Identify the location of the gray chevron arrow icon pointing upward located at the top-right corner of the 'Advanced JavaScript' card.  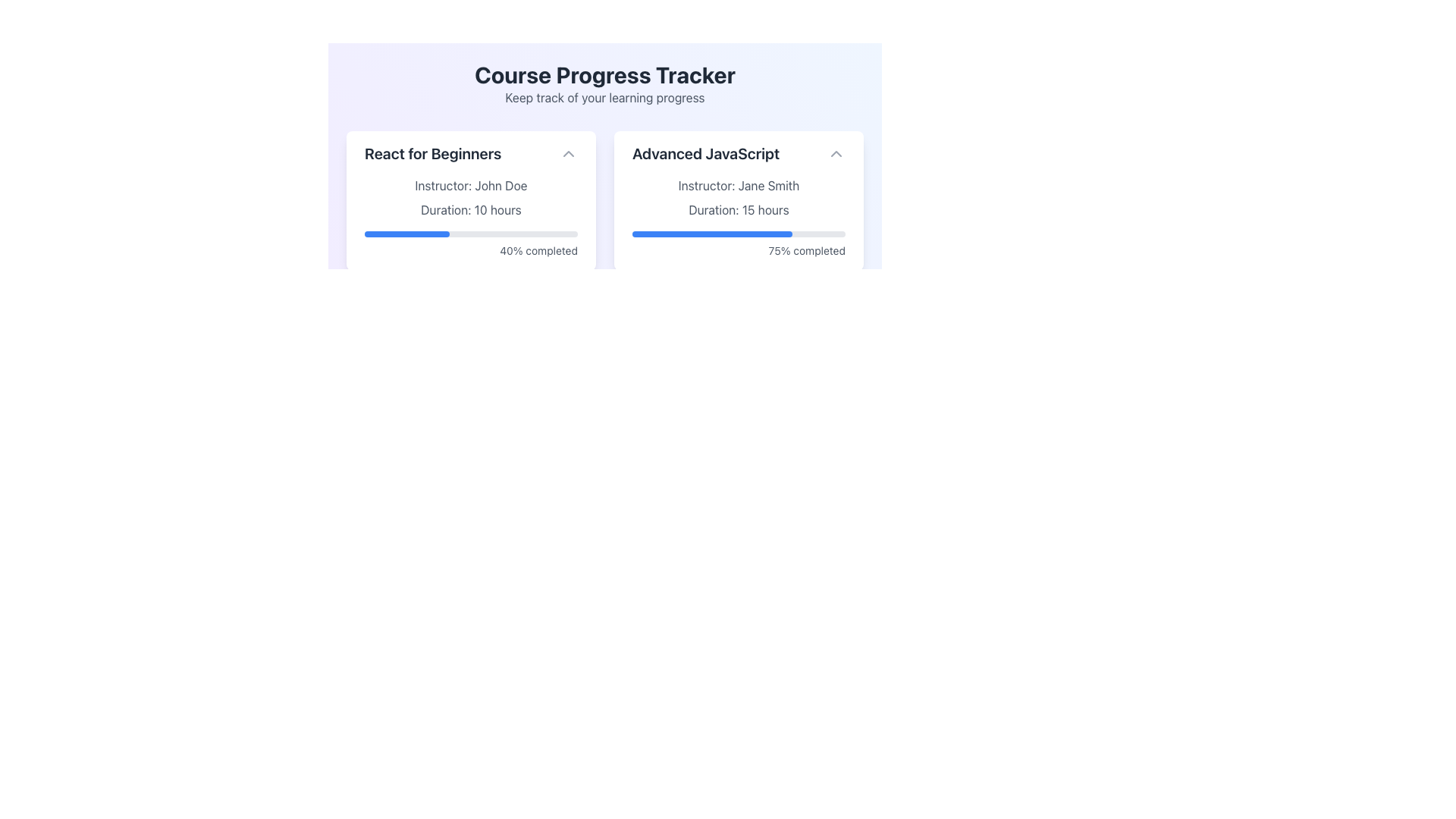
(836, 154).